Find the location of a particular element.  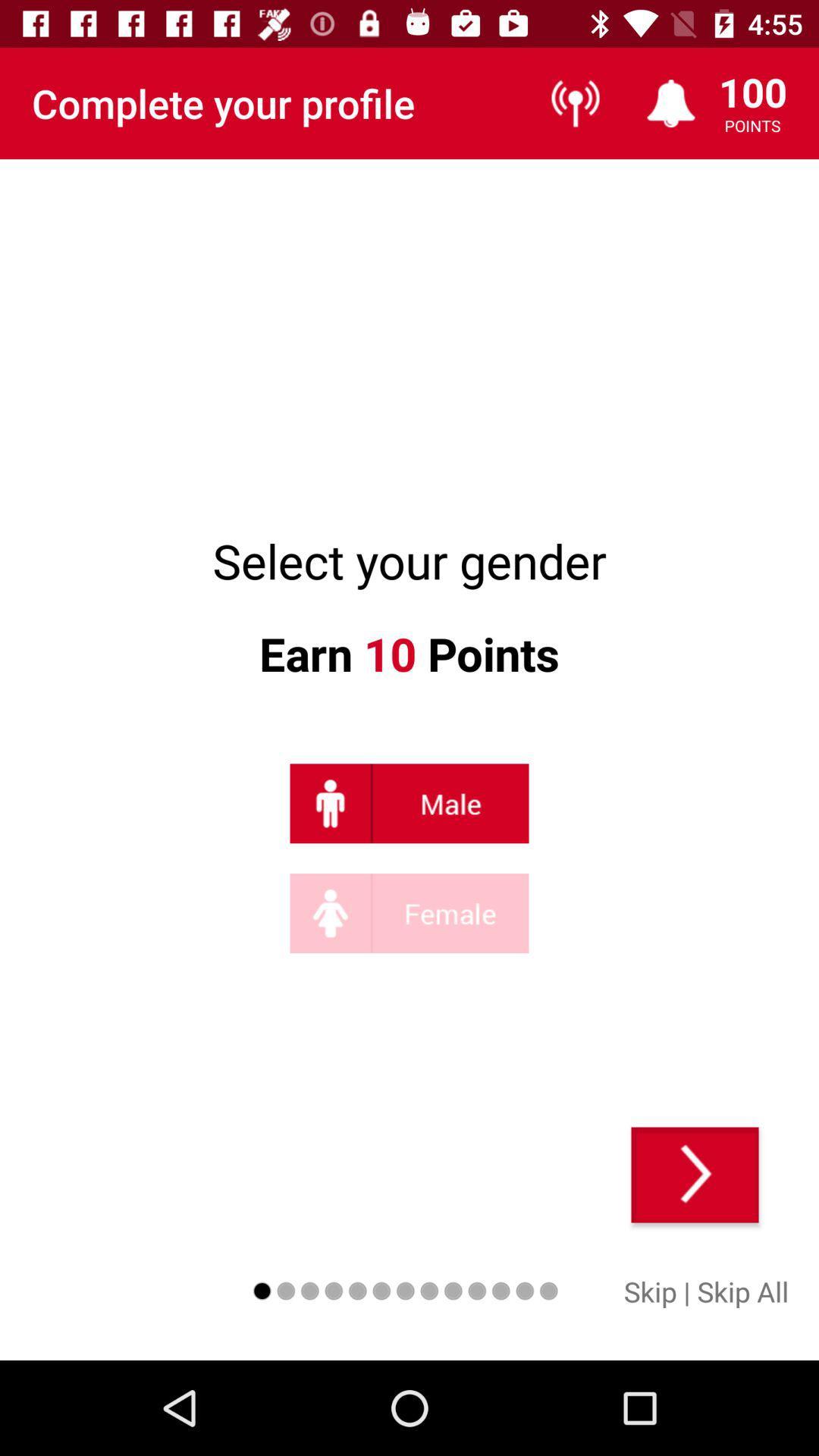

female gender is located at coordinates (409, 912).